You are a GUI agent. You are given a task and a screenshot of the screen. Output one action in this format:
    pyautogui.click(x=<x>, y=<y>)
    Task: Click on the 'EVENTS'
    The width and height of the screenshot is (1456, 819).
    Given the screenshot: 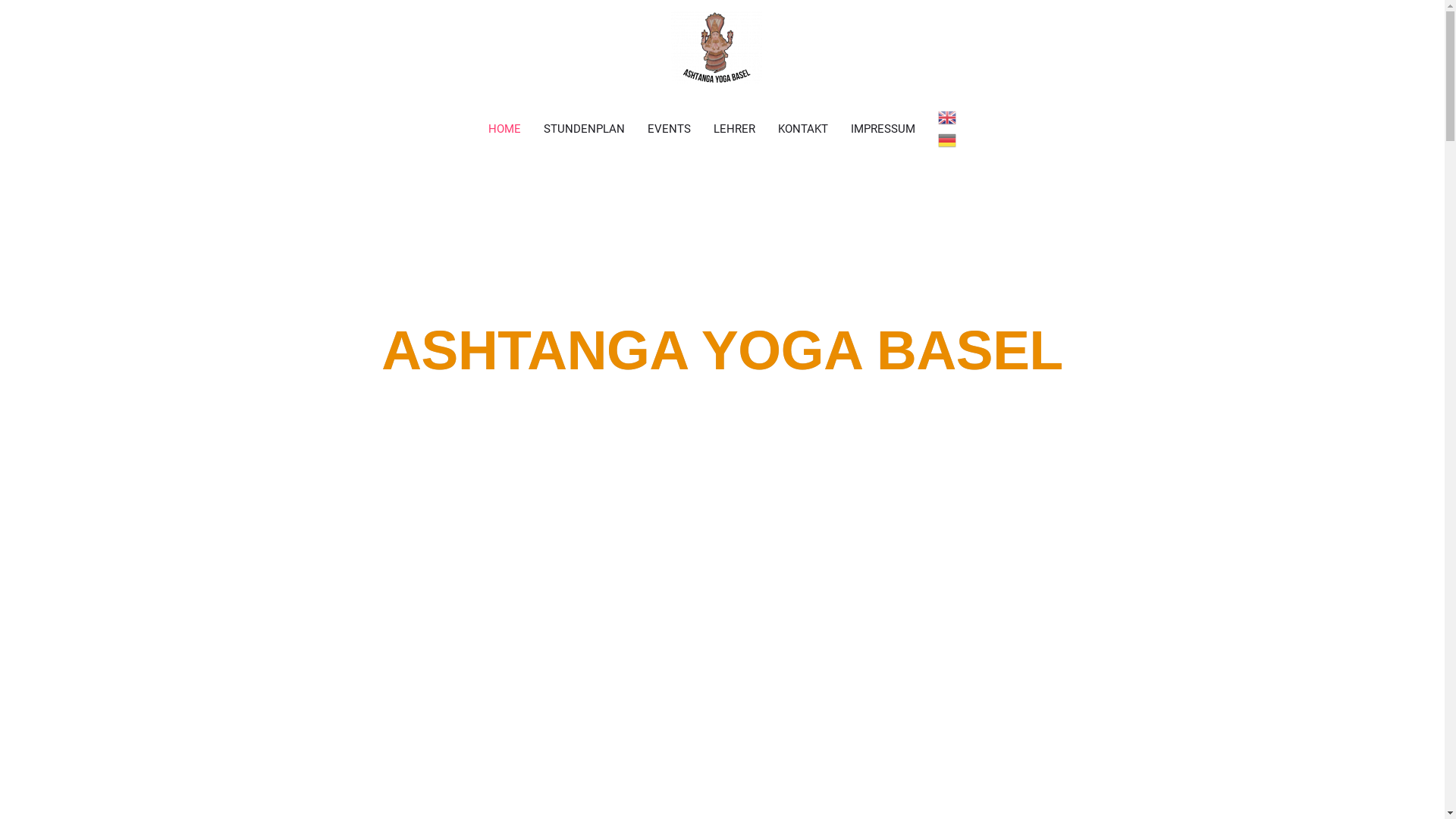 What is the action you would take?
    pyautogui.click(x=668, y=127)
    